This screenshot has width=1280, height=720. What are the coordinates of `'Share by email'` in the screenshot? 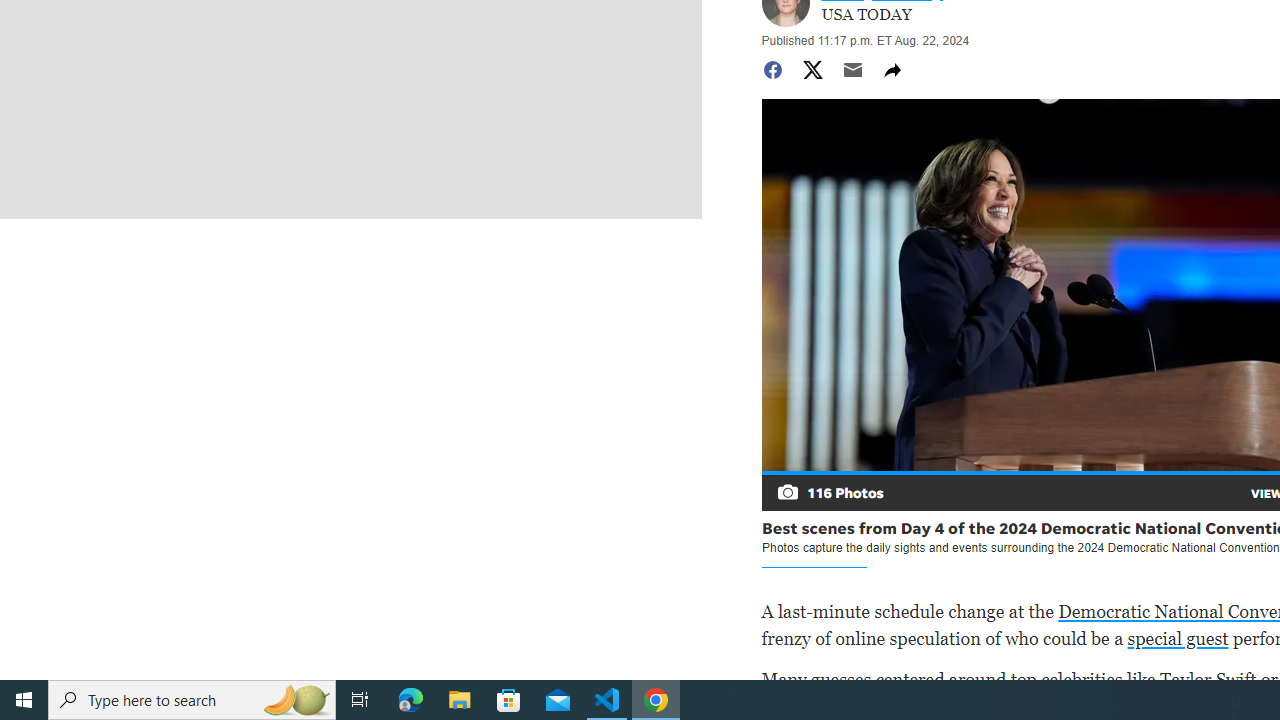 It's located at (852, 68).